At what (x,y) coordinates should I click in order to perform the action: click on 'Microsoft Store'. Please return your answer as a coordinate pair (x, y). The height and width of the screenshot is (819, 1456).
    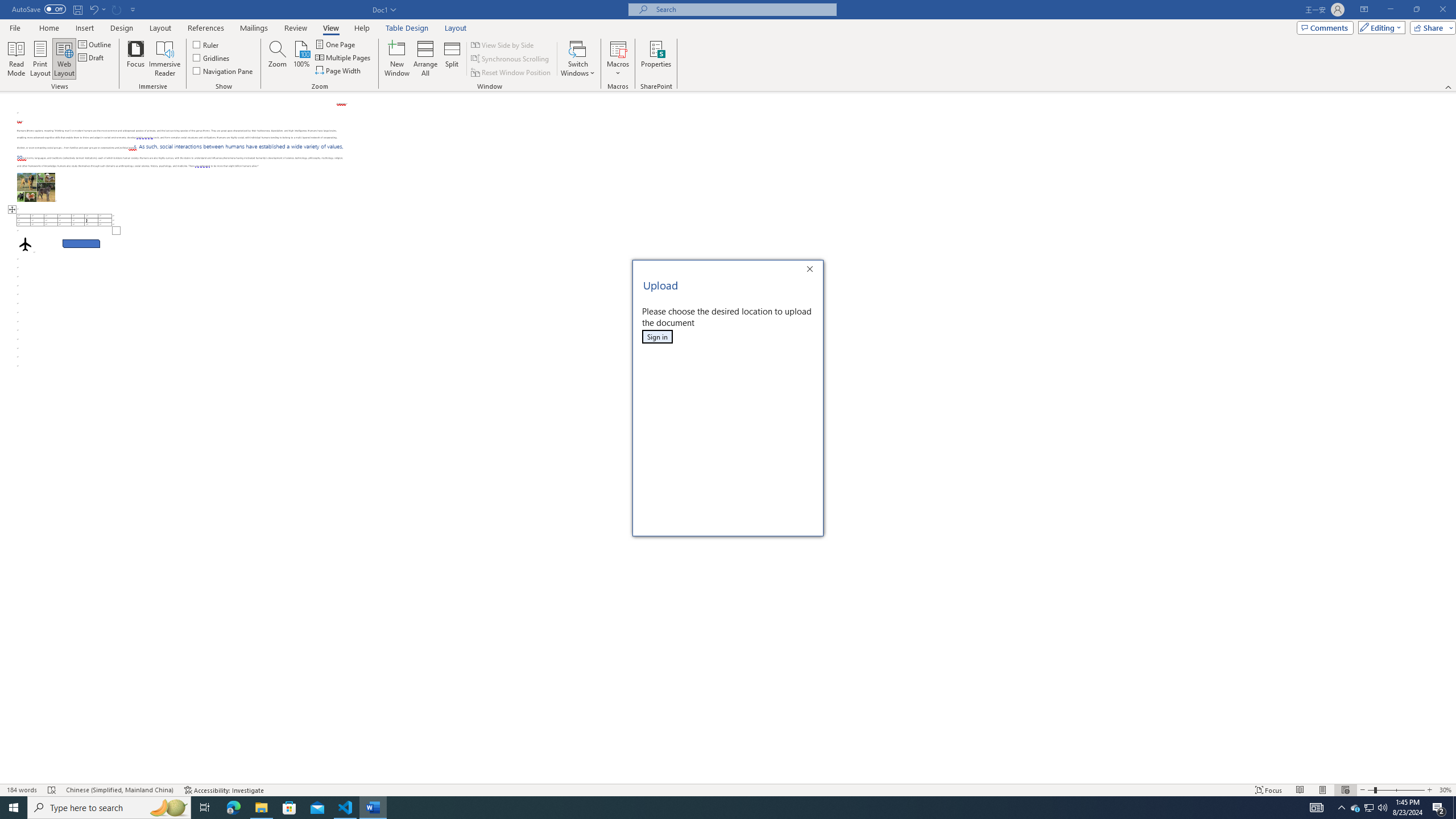
    Looking at the image, I should click on (289, 806).